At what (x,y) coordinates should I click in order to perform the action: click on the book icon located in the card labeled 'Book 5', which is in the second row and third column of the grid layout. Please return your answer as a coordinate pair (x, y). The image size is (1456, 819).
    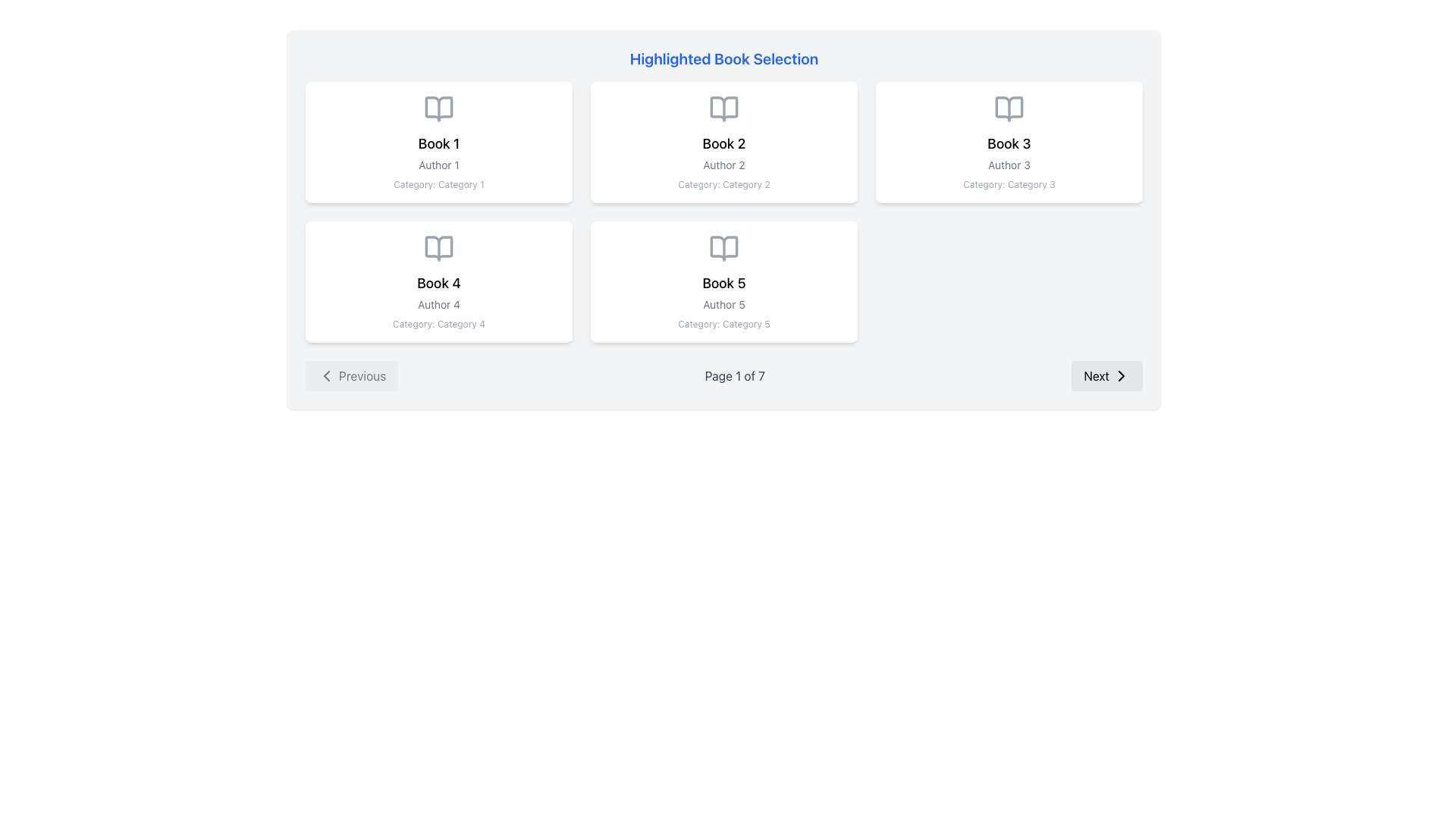
    Looking at the image, I should click on (723, 247).